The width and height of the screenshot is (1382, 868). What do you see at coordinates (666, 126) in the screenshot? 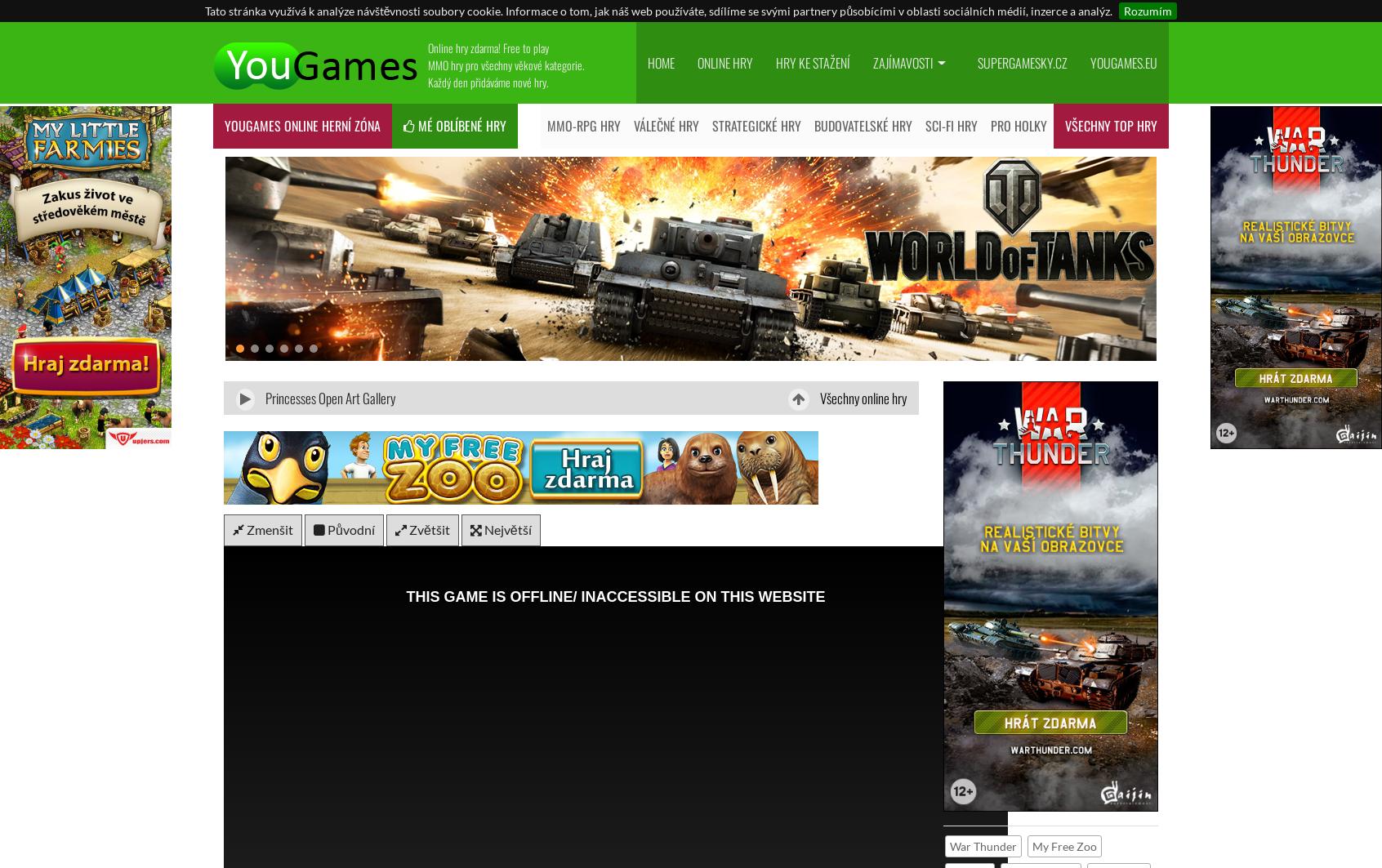
I see `'Válečné hry'` at bounding box center [666, 126].